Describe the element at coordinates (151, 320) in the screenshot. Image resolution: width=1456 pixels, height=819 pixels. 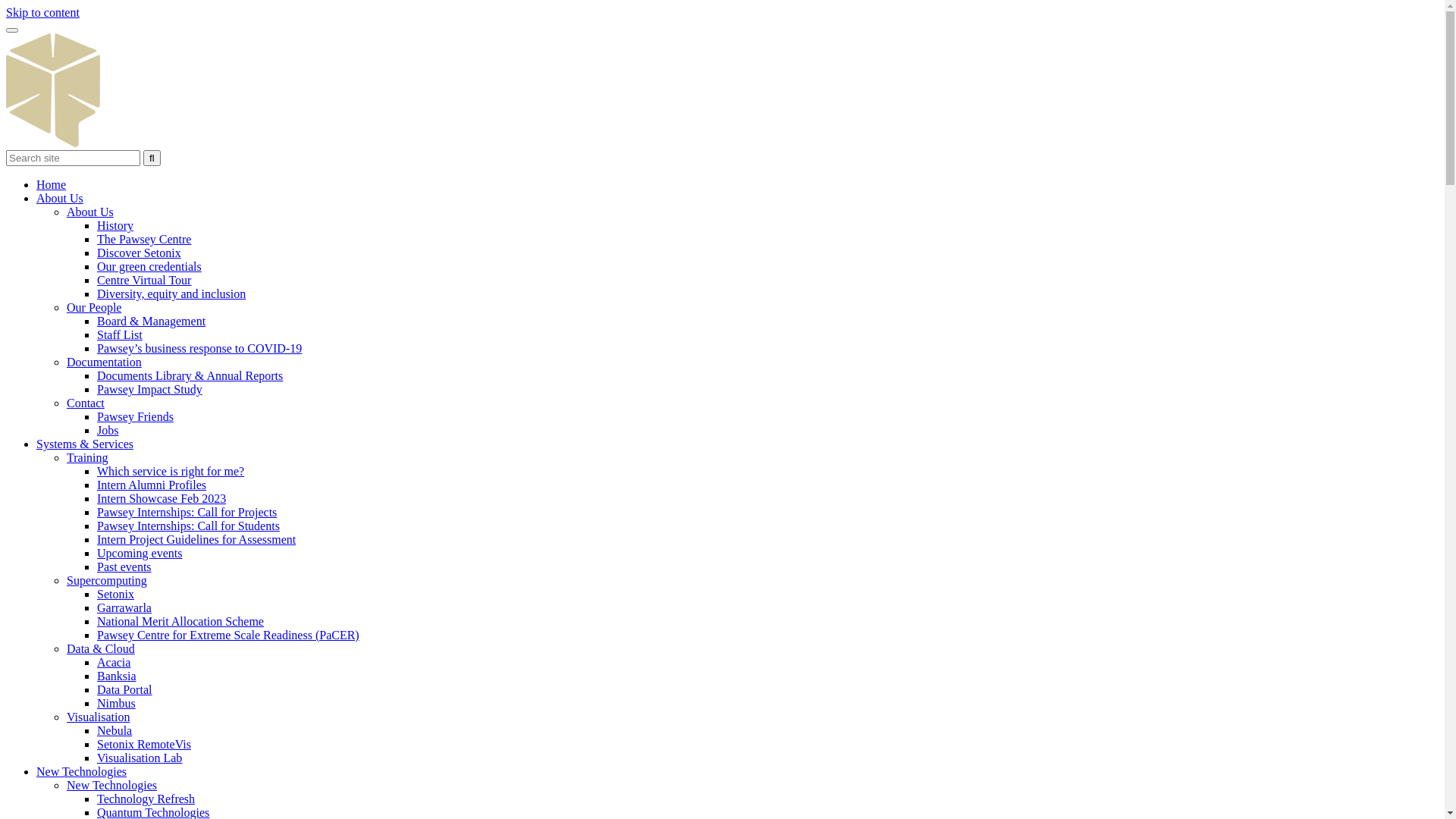
I see `'Board & Management'` at that location.